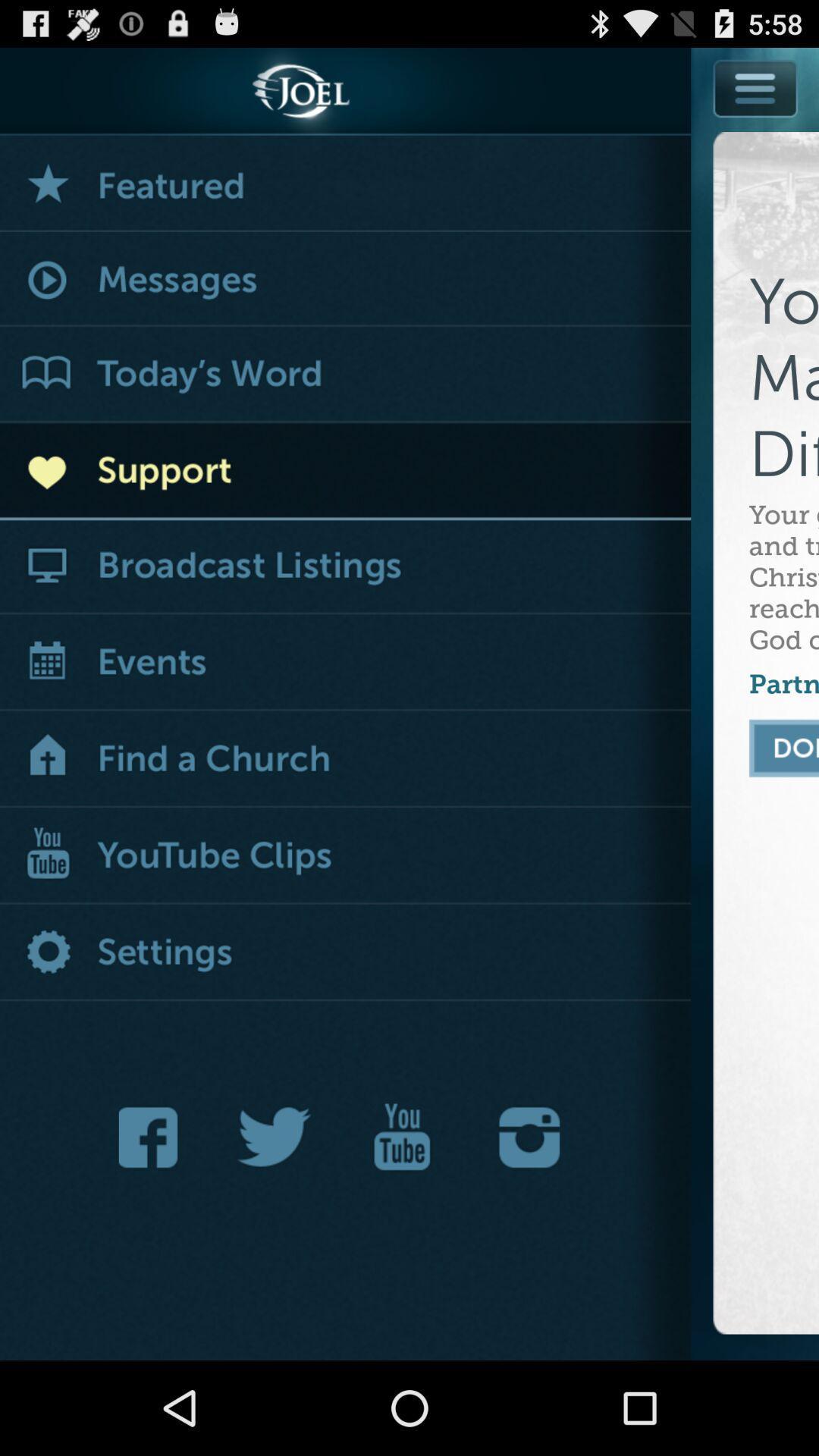  I want to click on the chat icon, so click(784, 800).